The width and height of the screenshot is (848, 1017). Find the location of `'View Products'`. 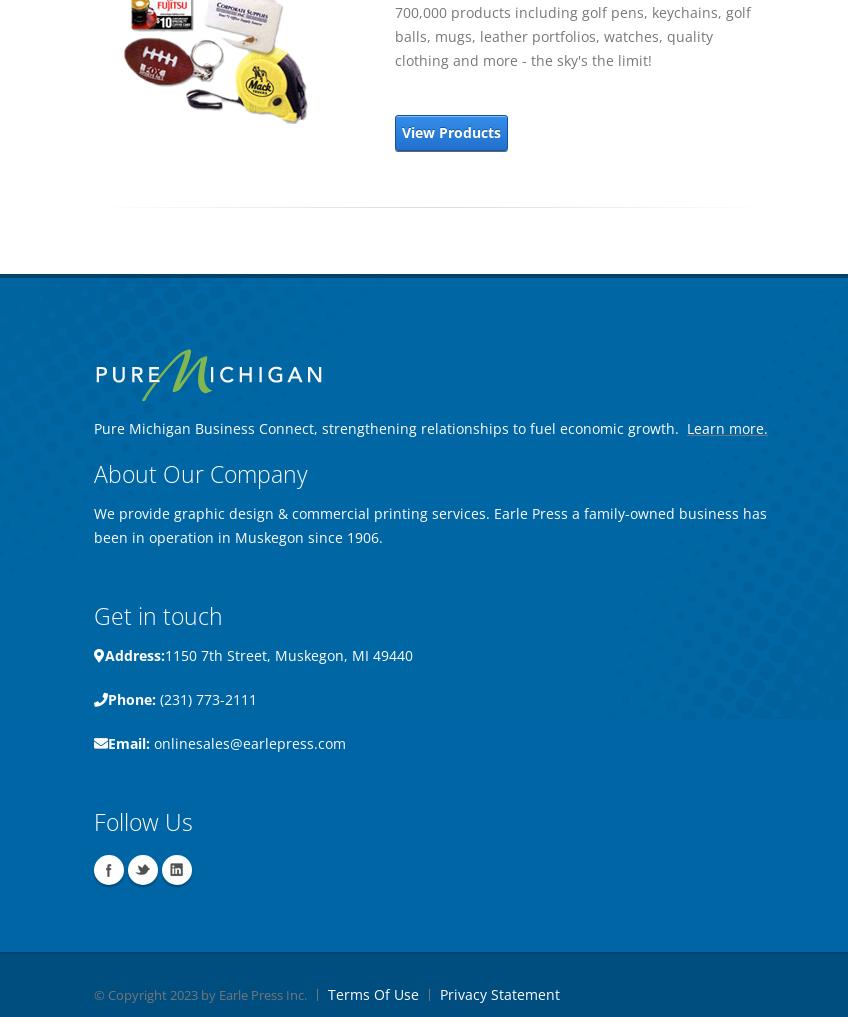

'View Products' is located at coordinates (450, 131).